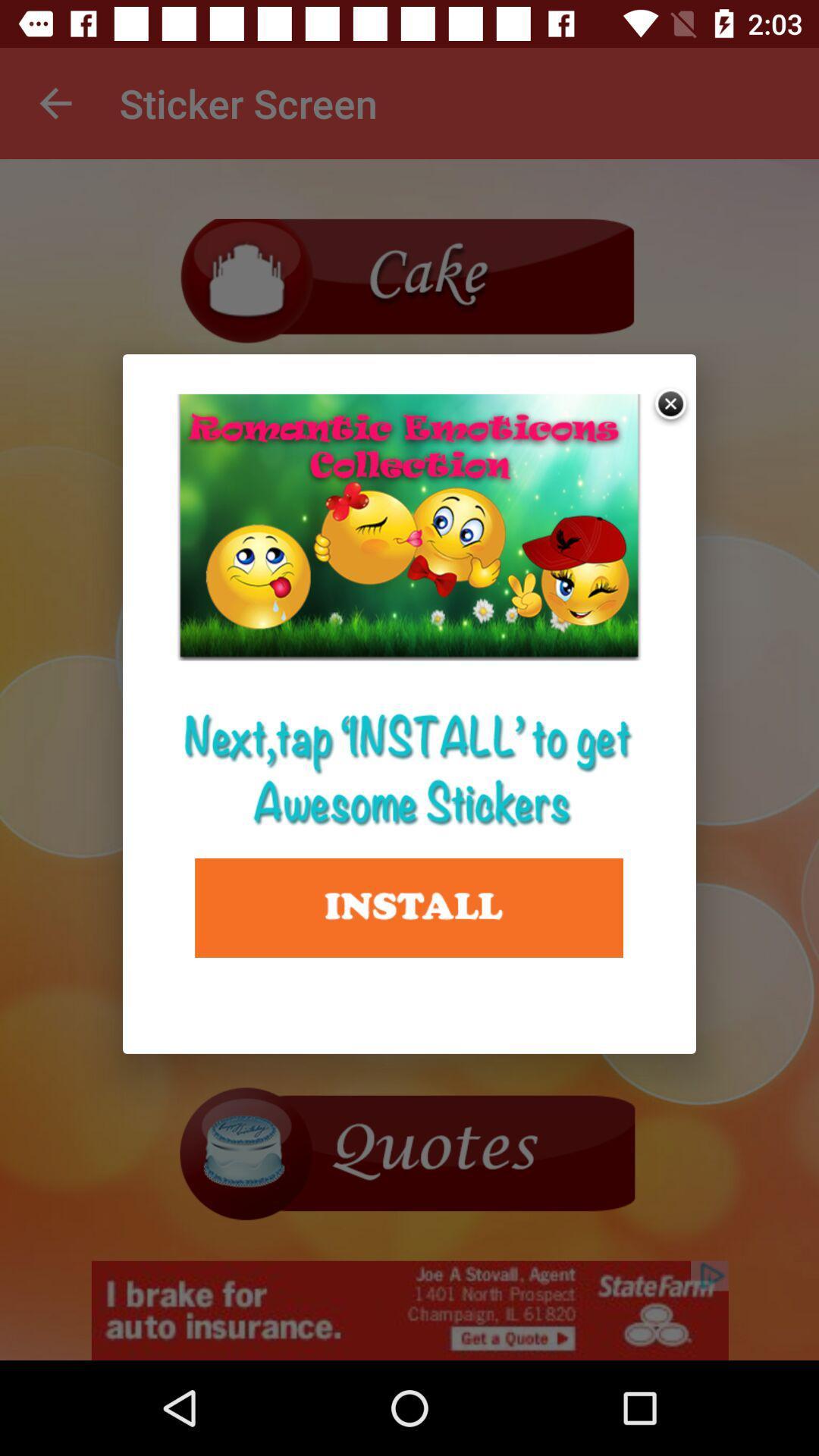 The width and height of the screenshot is (819, 1456). Describe the element at coordinates (671, 406) in the screenshot. I see `window` at that location.